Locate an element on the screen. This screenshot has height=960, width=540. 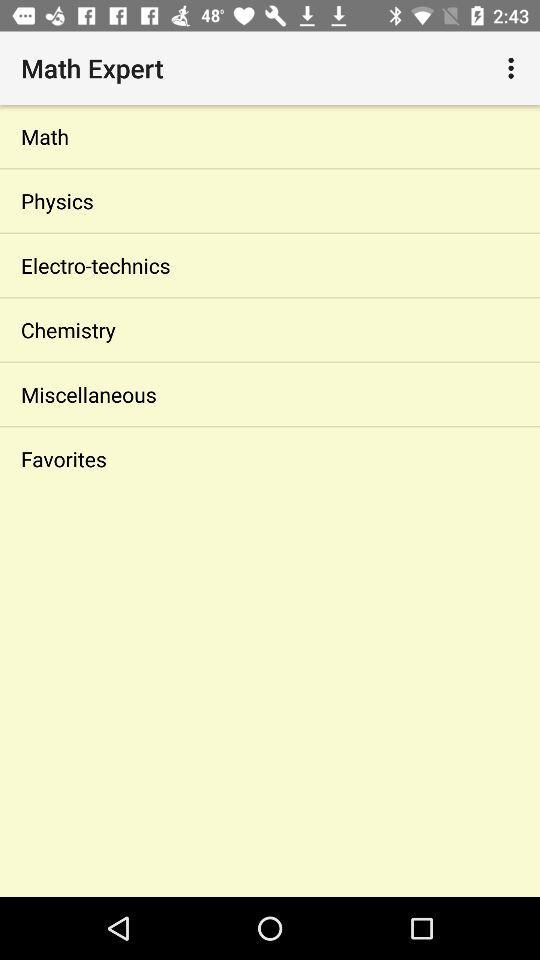
icon above favorites app is located at coordinates (270, 393).